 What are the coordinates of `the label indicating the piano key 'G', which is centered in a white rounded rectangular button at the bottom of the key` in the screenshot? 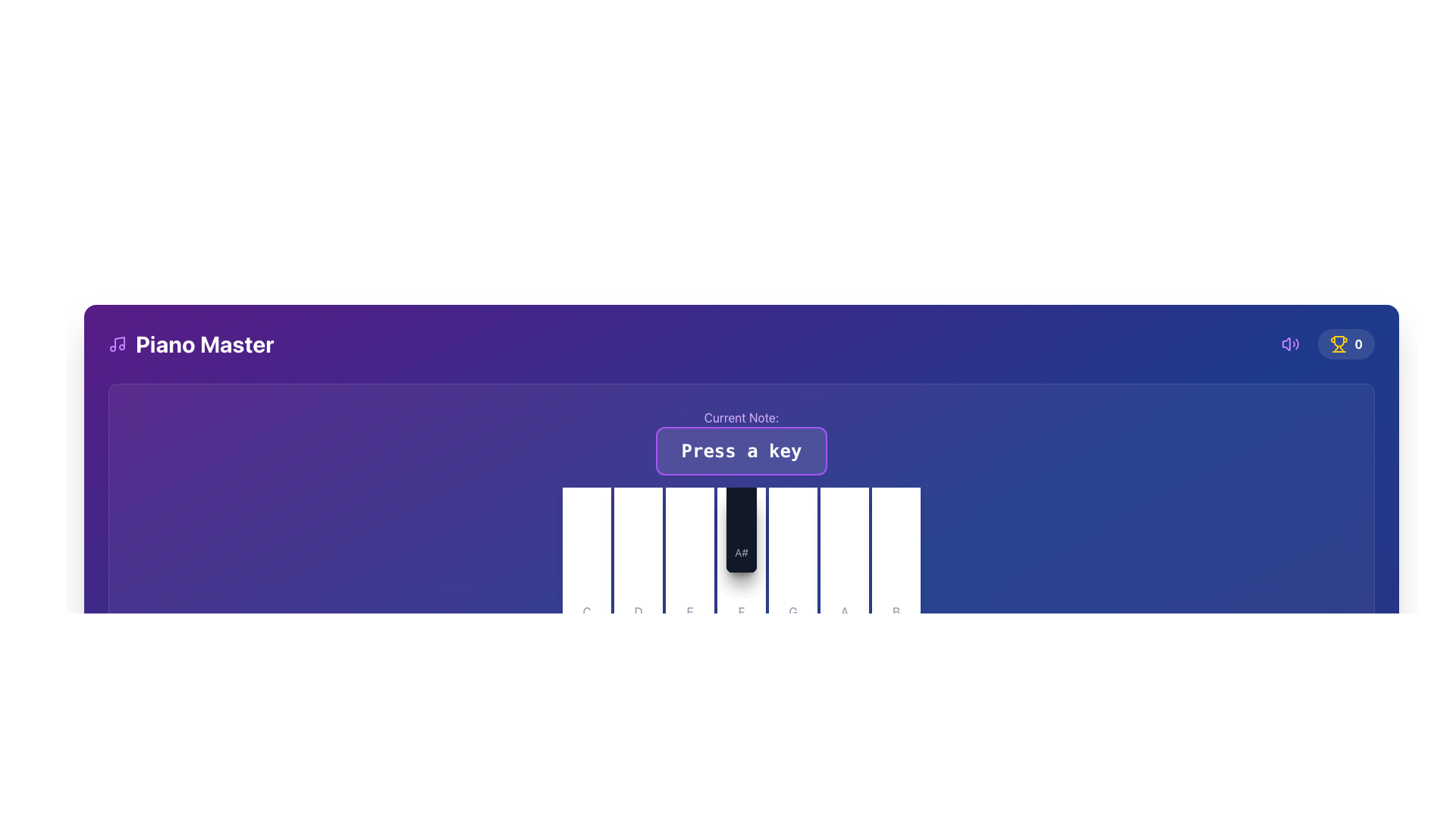 It's located at (792, 610).